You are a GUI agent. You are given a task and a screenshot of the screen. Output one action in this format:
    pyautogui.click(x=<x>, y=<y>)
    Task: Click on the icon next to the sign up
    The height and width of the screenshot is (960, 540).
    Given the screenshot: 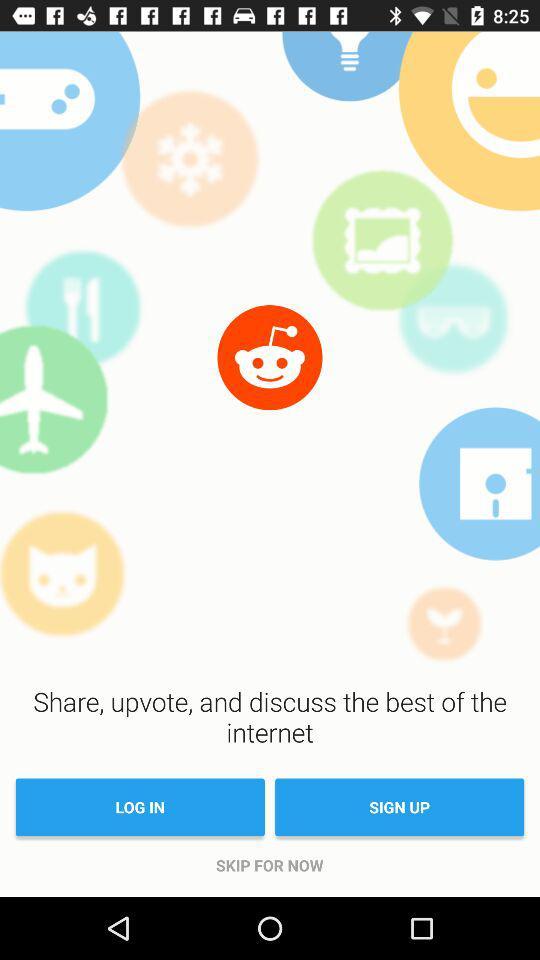 What is the action you would take?
    pyautogui.click(x=139, y=807)
    